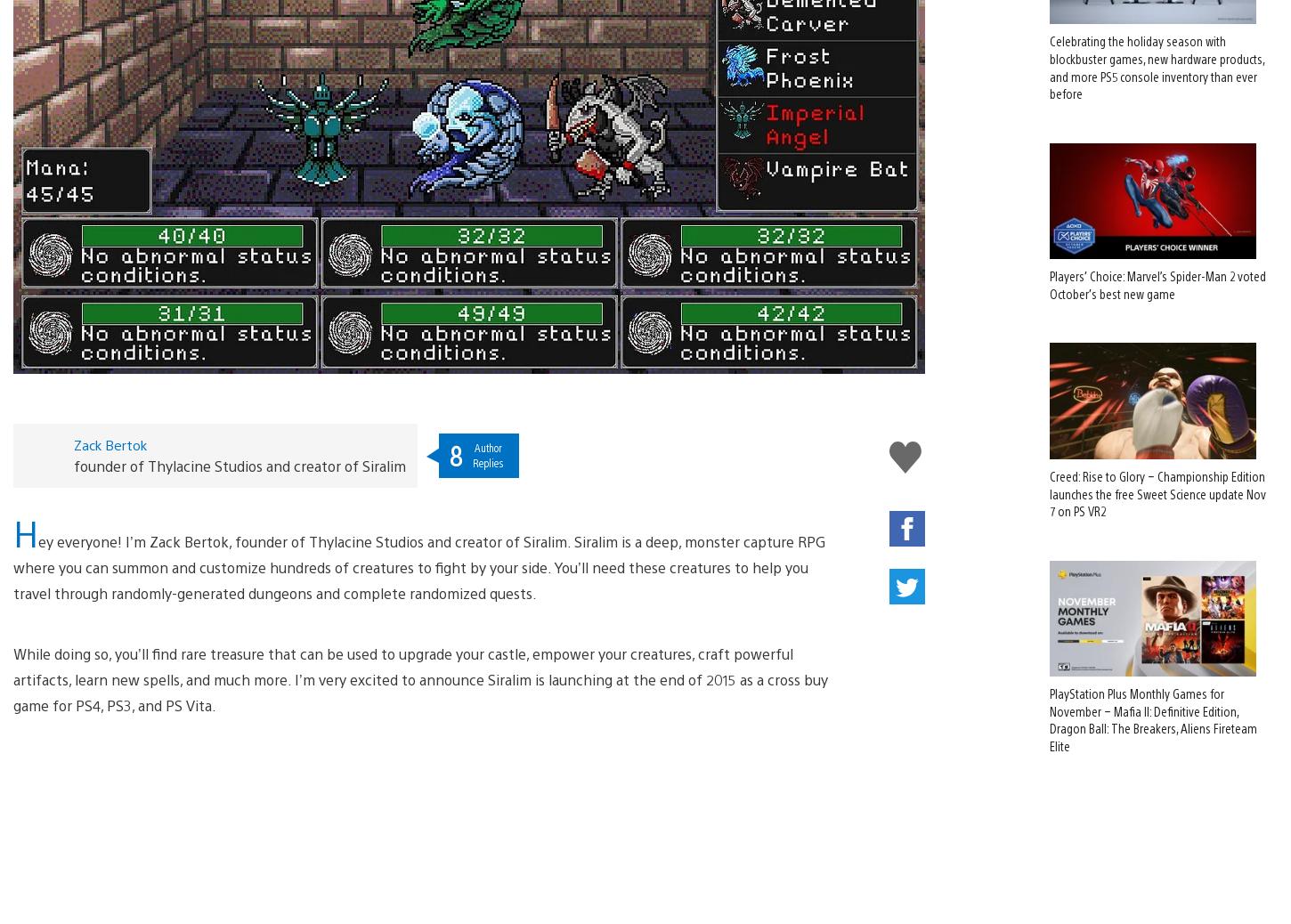 This screenshot has width=1291, height=924. What do you see at coordinates (454, 426) in the screenshot?
I see `'8'` at bounding box center [454, 426].